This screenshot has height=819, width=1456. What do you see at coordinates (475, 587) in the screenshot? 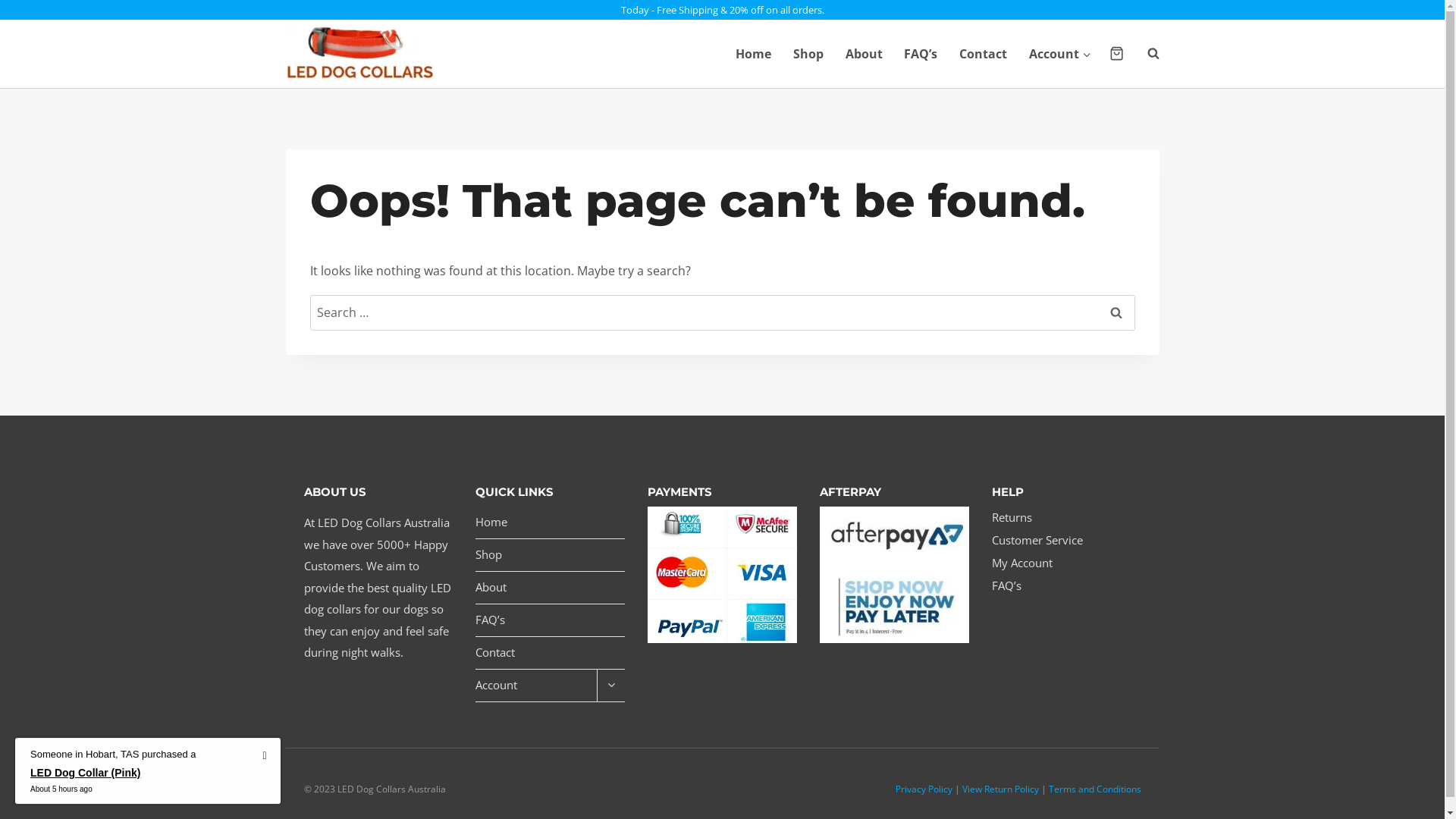
I see `'About'` at bounding box center [475, 587].